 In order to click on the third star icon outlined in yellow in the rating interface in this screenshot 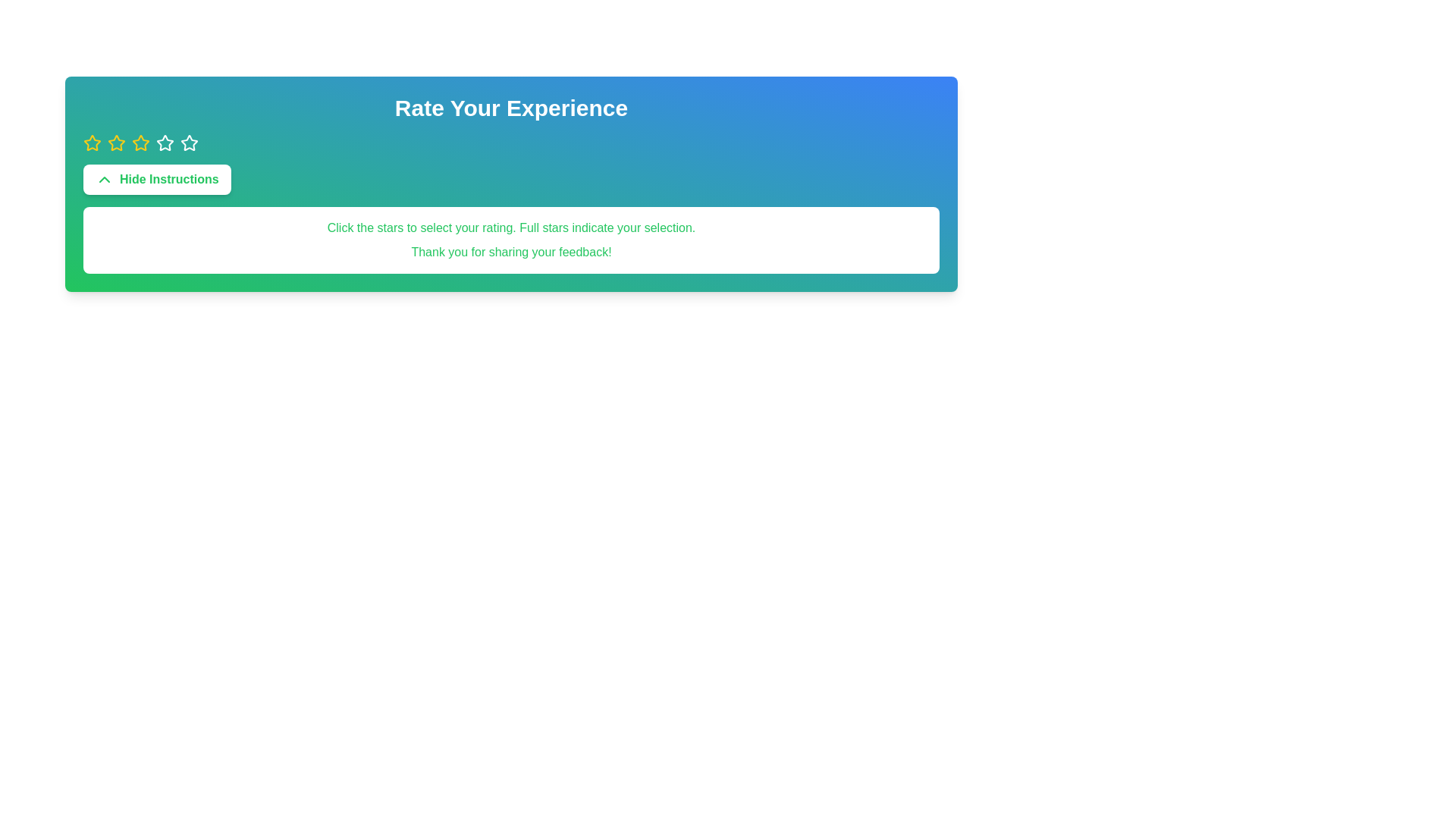, I will do `click(141, 143)`.